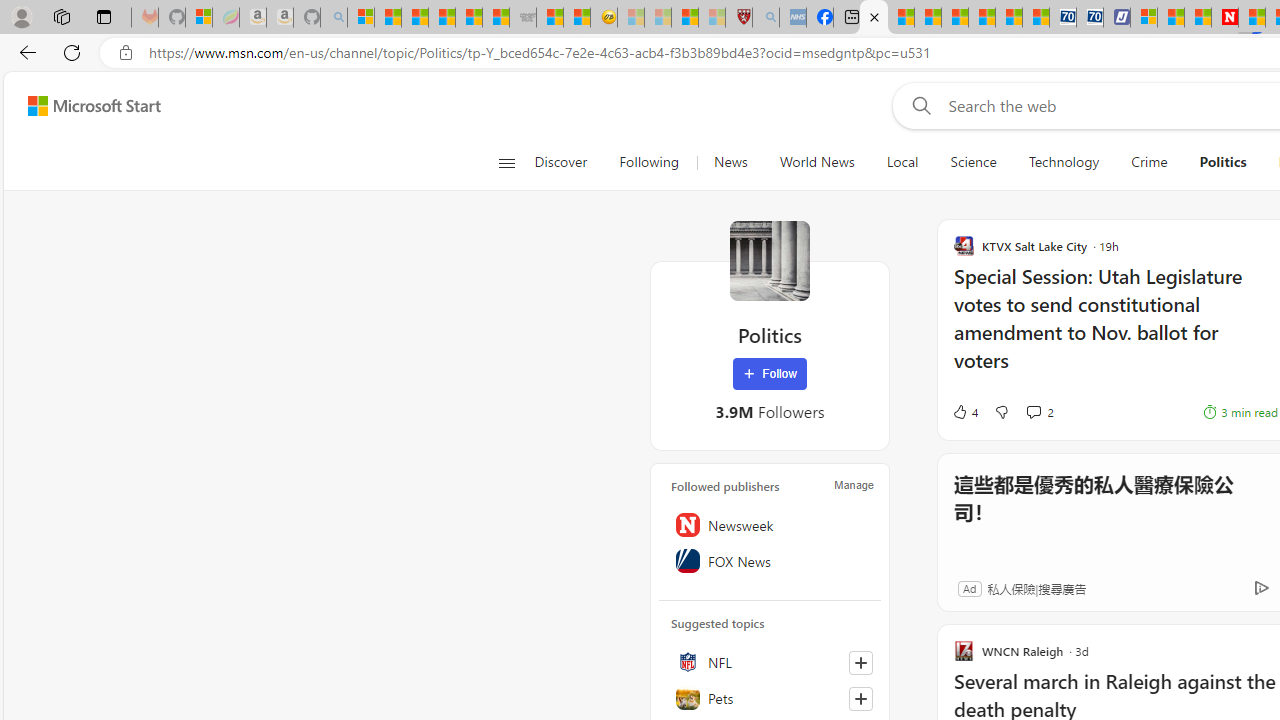 This screenshot has width=1280, height=720. What do you see at coordinates (413, 17) in the screenshot?
I see `'The Weather Channel - MSN'` at bounding box center [413, 17].